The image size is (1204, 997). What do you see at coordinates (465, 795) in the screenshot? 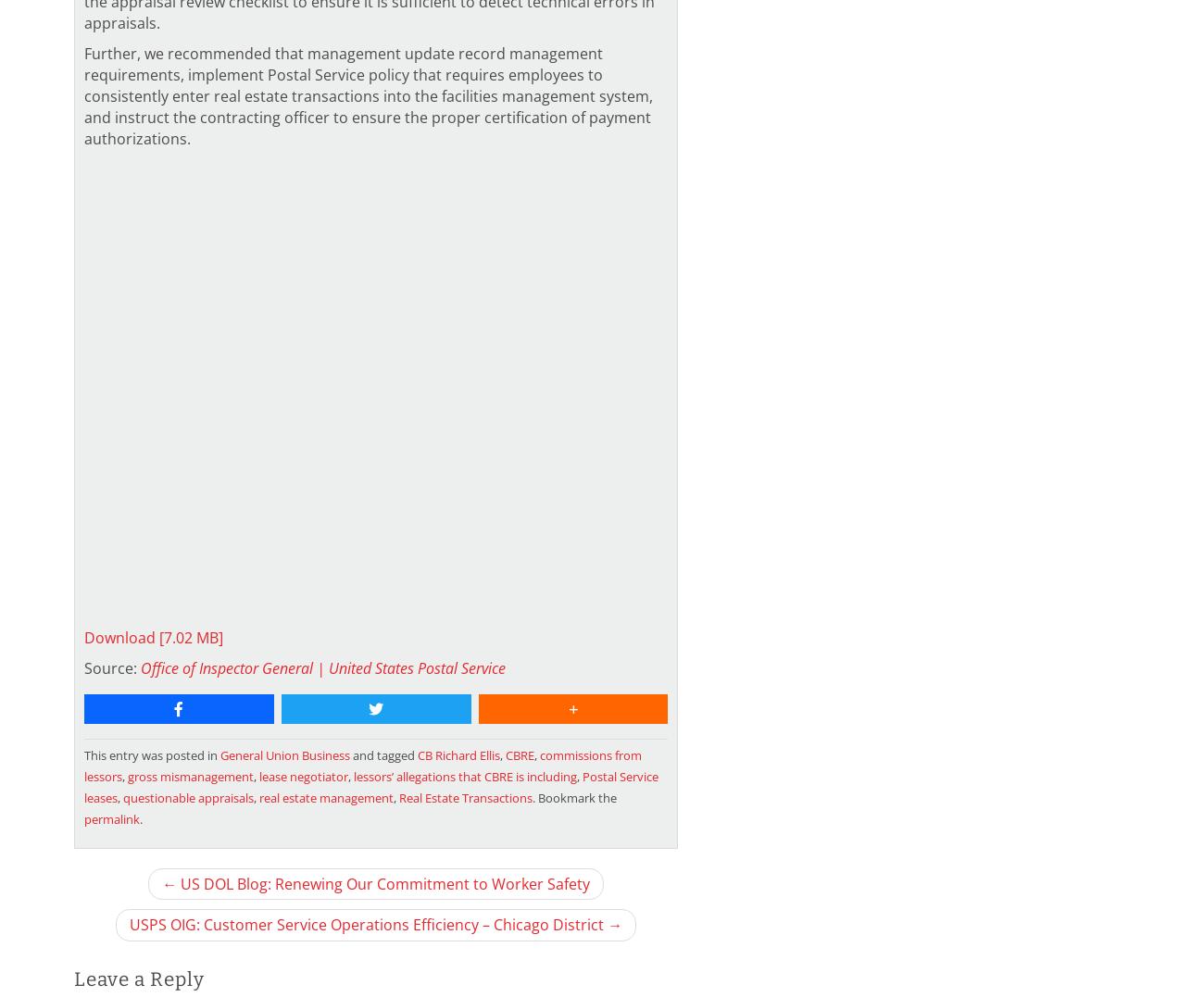
I see `'Real Estate Transactions'` at bounding box center [465, 795].